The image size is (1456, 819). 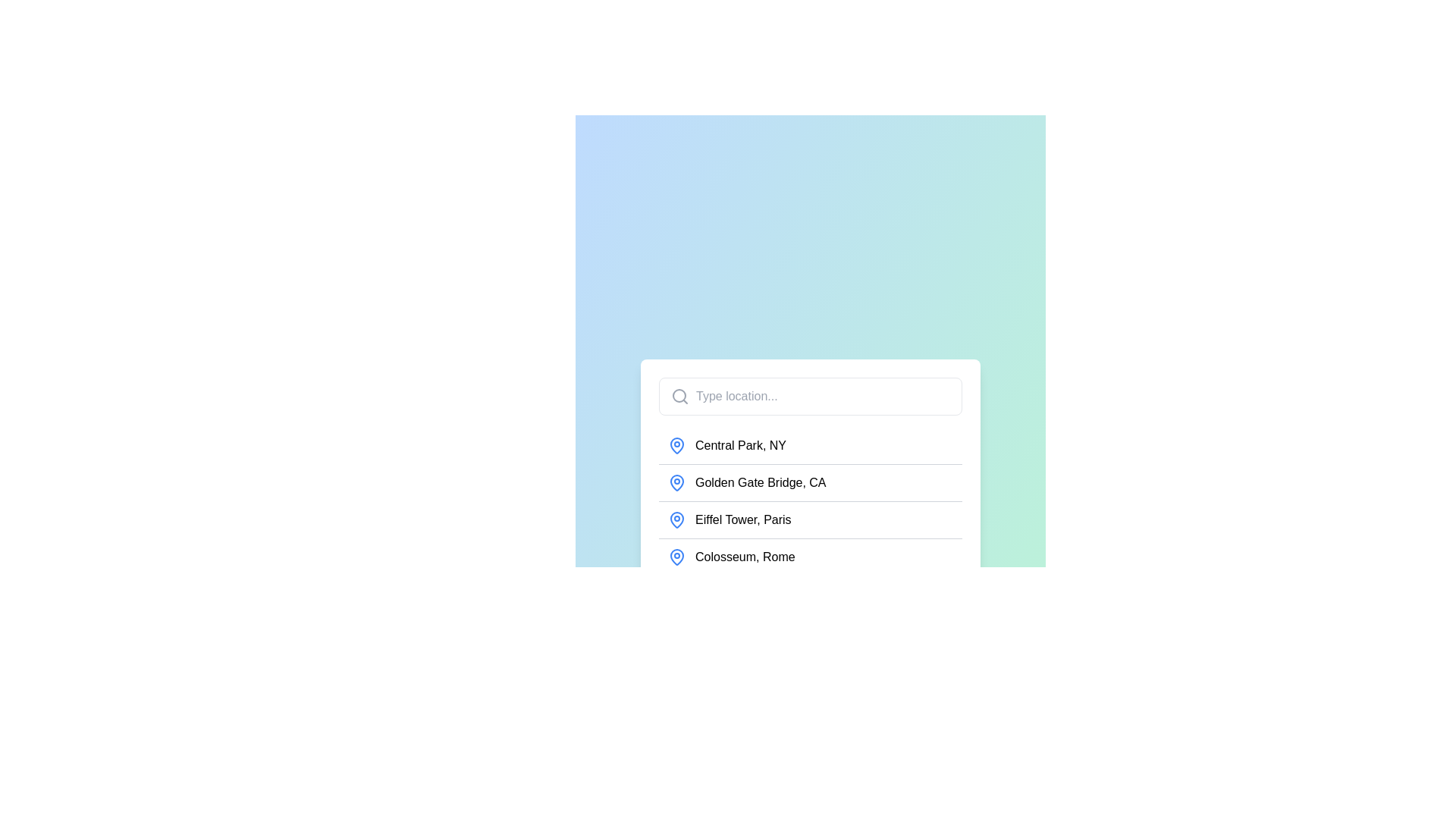 I want to click on the list item displaying 'Golden Gate Bridge, CA', so click(x=810, y=482).